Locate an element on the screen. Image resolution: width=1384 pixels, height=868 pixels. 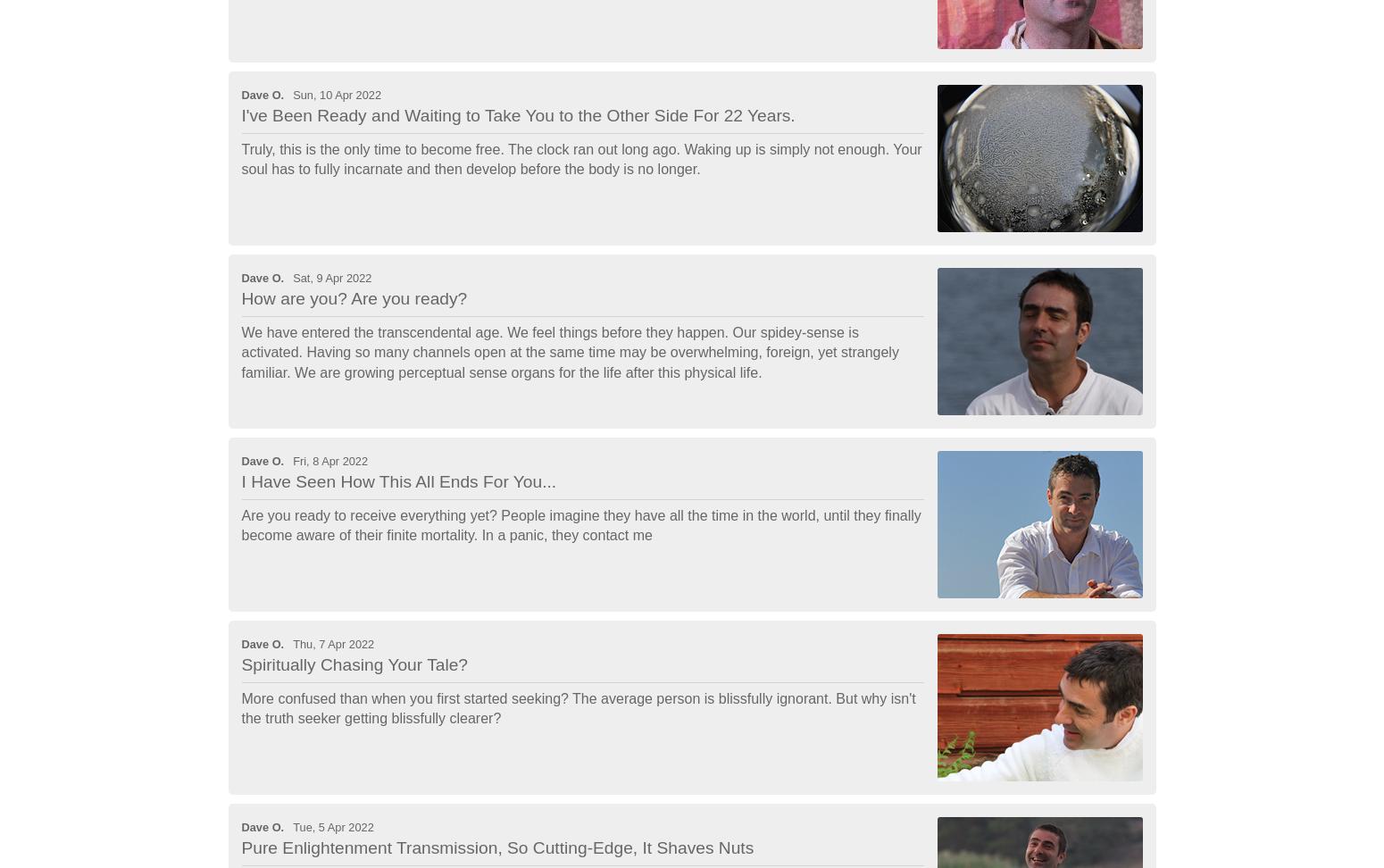
'Spiritually Chasing Your Tale?' is located at coordinates (354, 664).